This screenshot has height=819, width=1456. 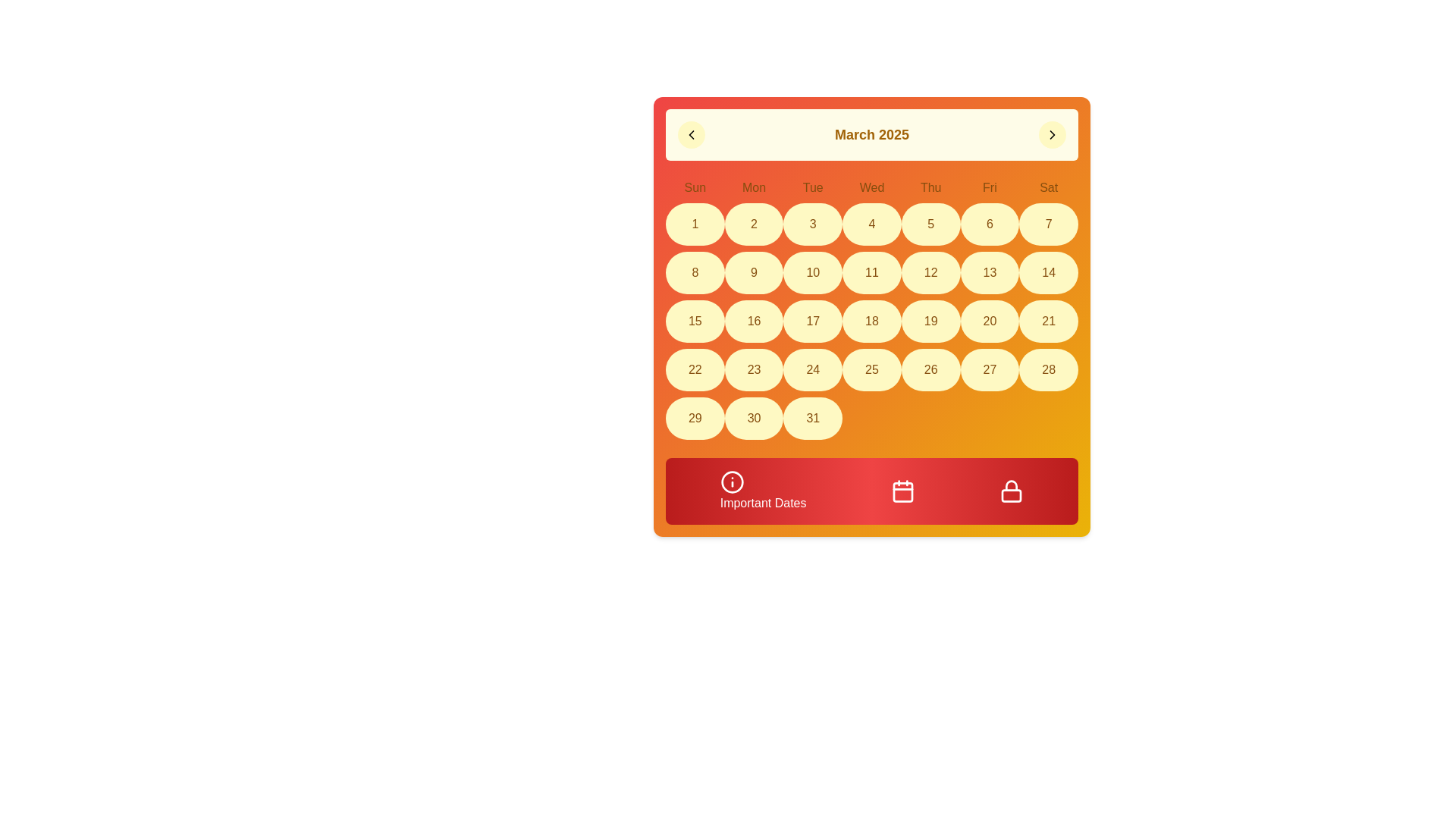 What do you see at coordinates (930, 271) in the screenshot?
I see `the button-like calendar date representing '12' in the fifth column of the third row, aligned with 'Thu'` at bounding box center [930, 271].